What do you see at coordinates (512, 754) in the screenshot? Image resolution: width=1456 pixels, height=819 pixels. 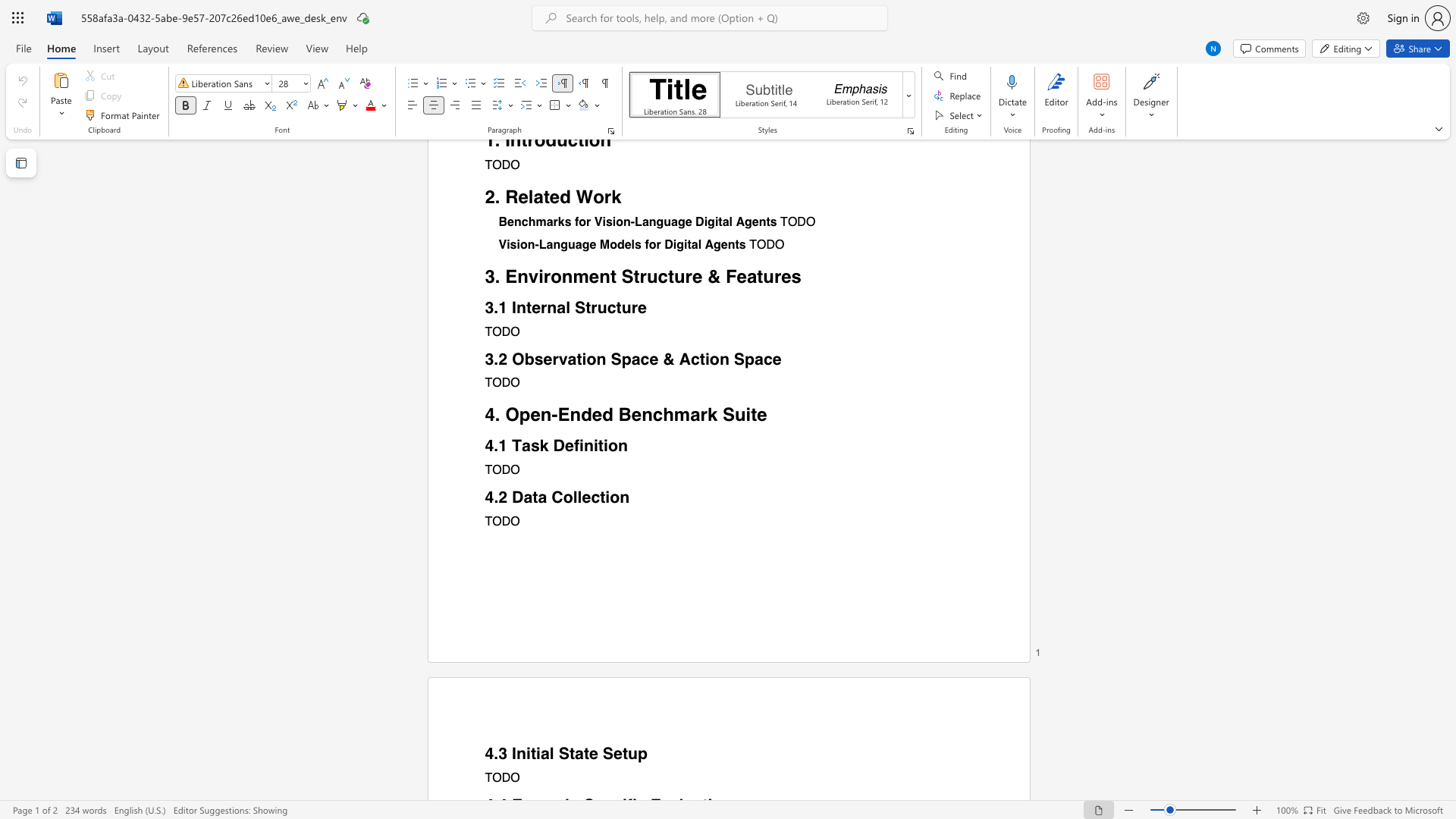 I see `the subset text "In" within the text "4.3 Initial State Setup"` at bounding box center [512, 754].